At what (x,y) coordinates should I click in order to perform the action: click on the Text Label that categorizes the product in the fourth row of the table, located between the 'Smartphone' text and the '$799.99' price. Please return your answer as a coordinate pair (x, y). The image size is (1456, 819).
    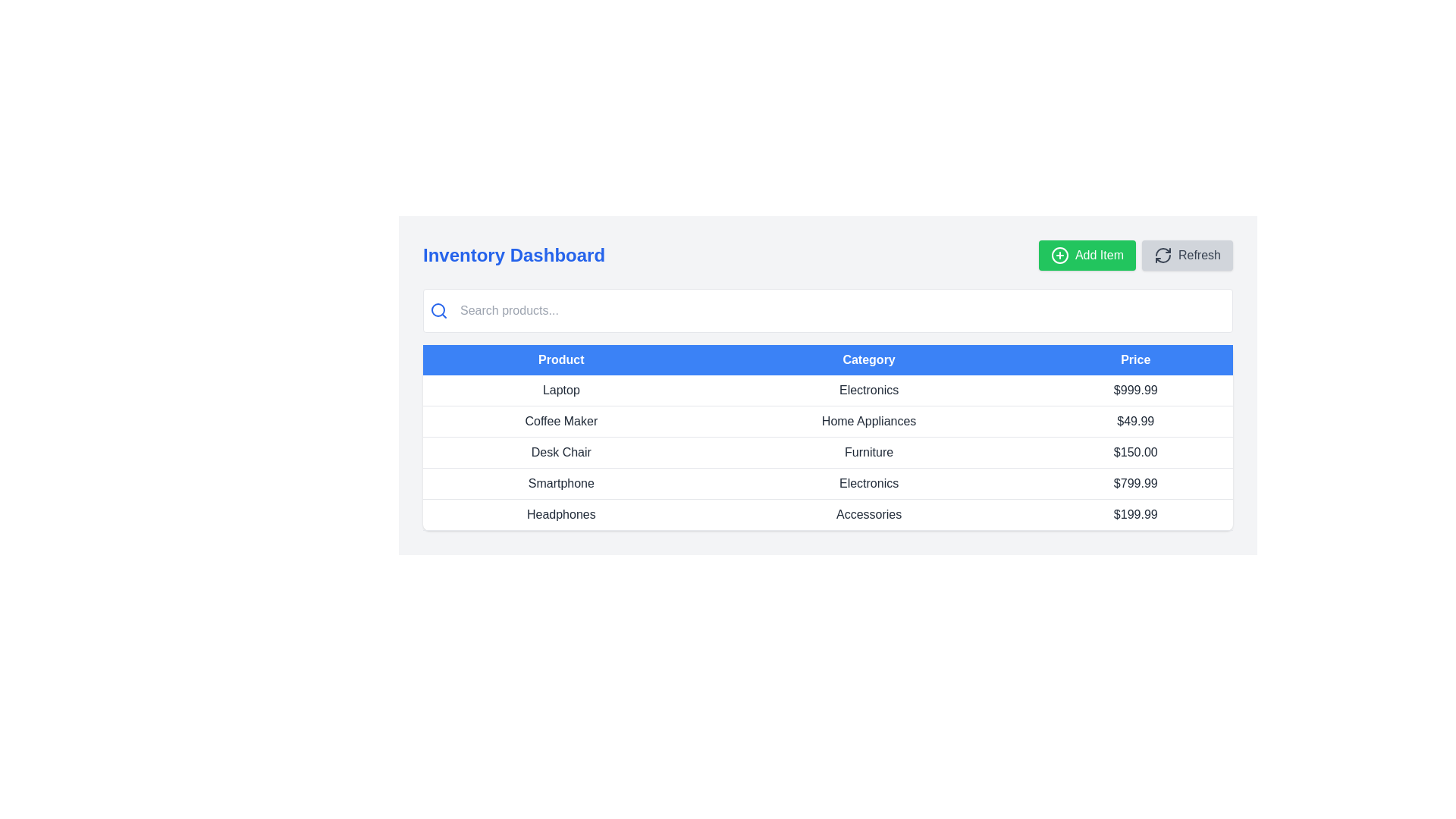
    Looking at the image, I should click on (869, 483).